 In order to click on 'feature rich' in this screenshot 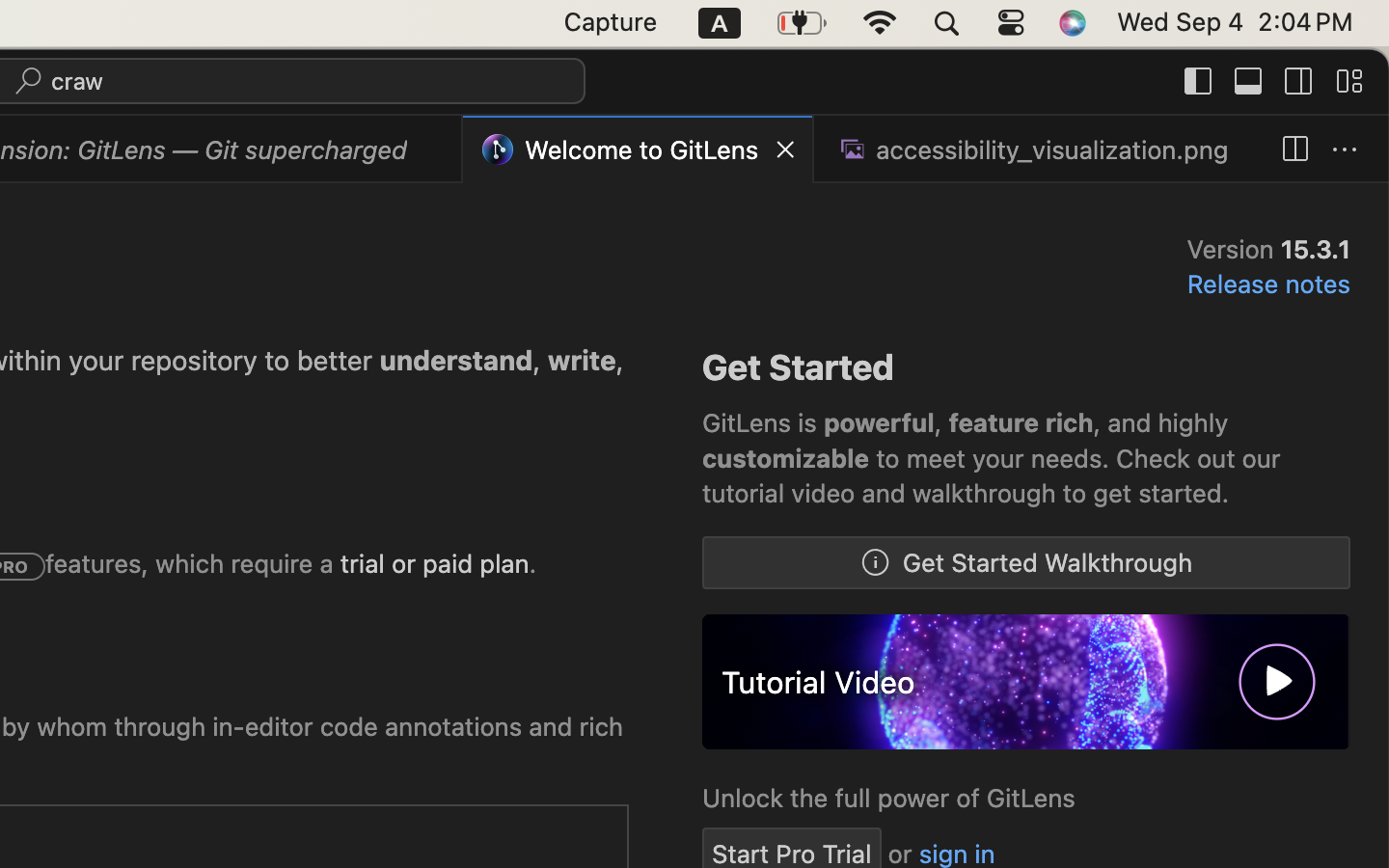, I will do `click(1021, 423)`.